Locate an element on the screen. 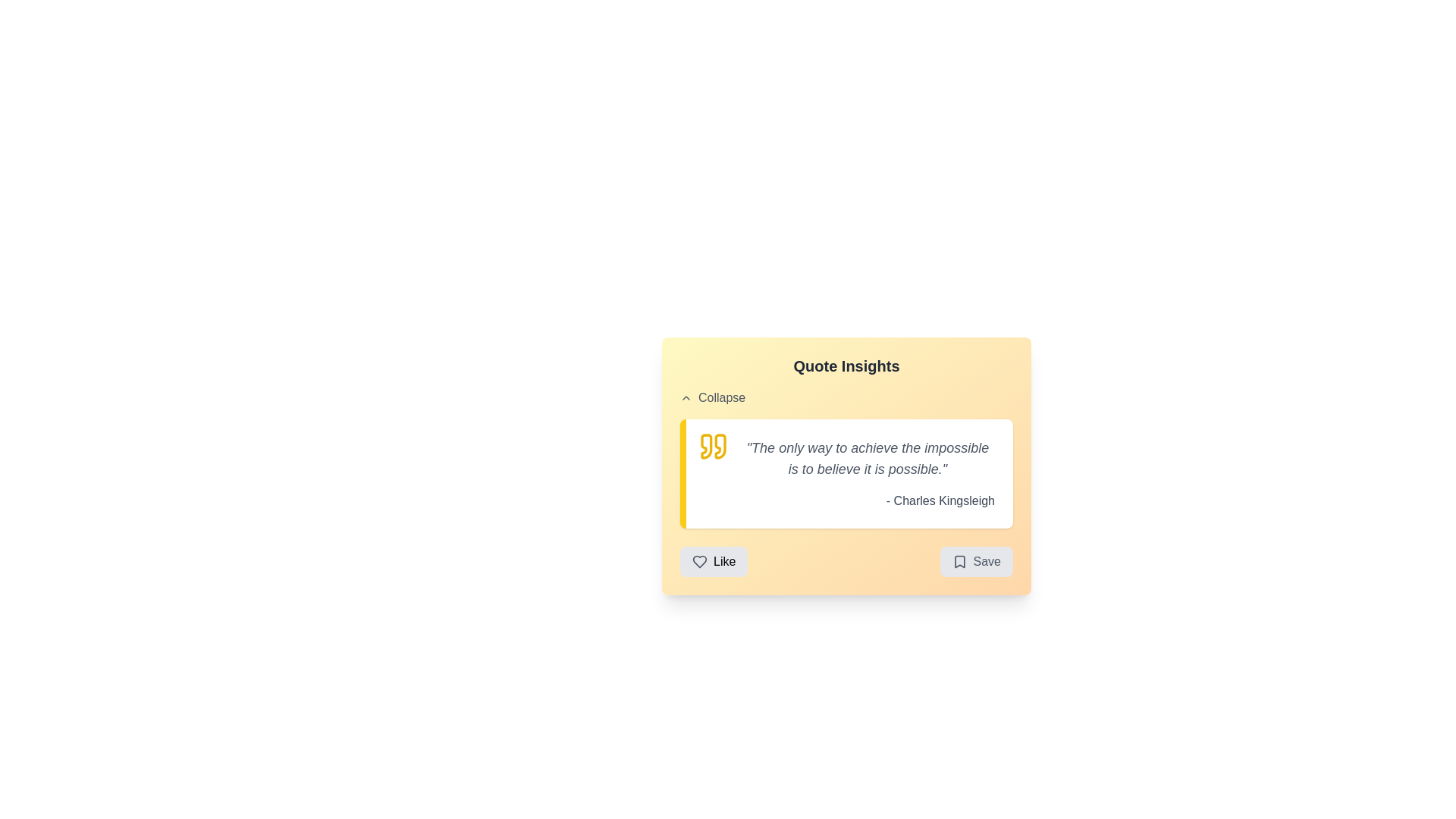 The width and height of the screenshot is (1456, 819). the bookmark icon within the 'Save' button is located at coordinates (959, 561).